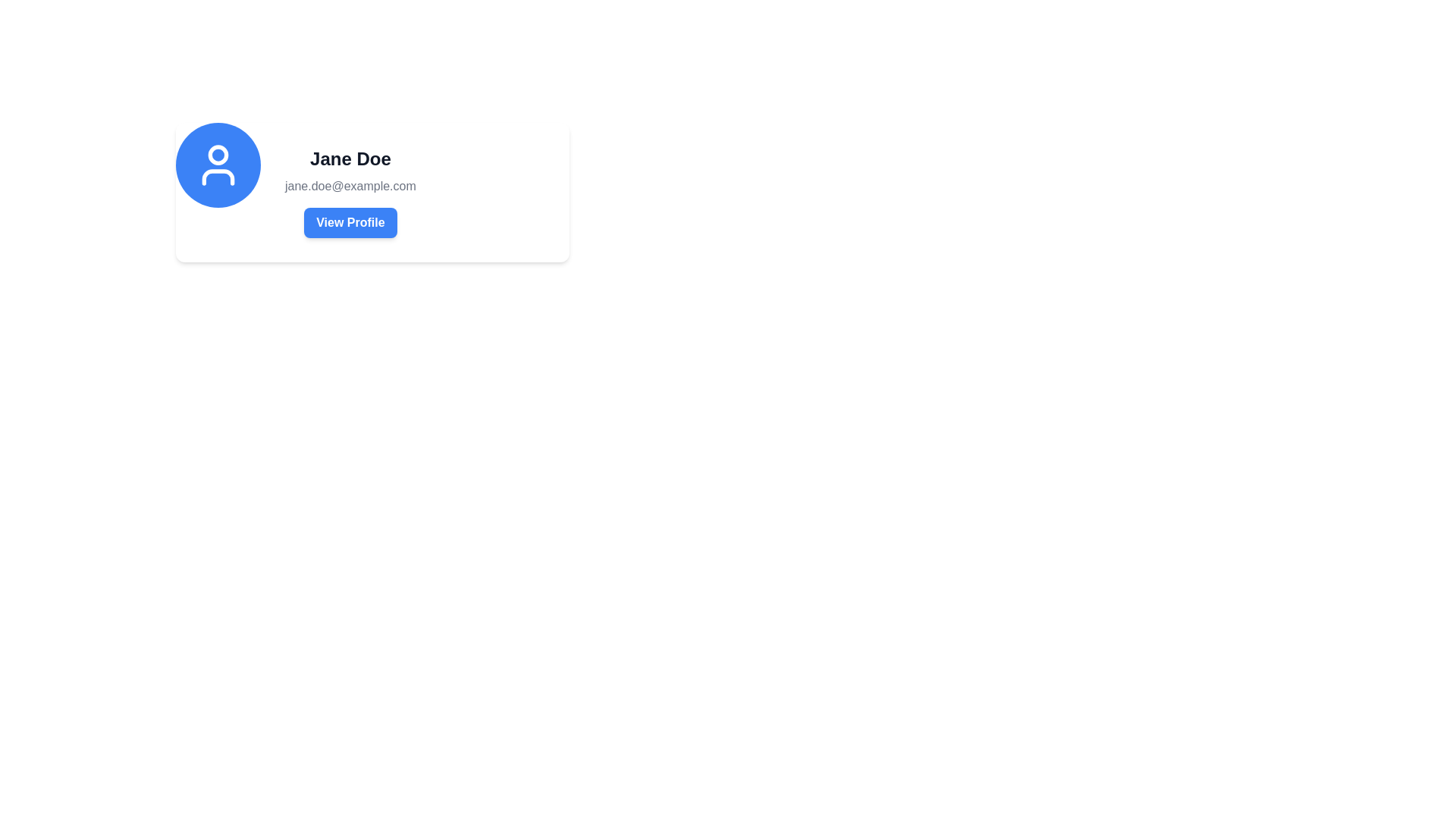 The width and height of the screenshot is (1456, 819). I want to click on the circular avatar placeholder for user 'Jane Doe' as a visual marker, so click(218, 165).